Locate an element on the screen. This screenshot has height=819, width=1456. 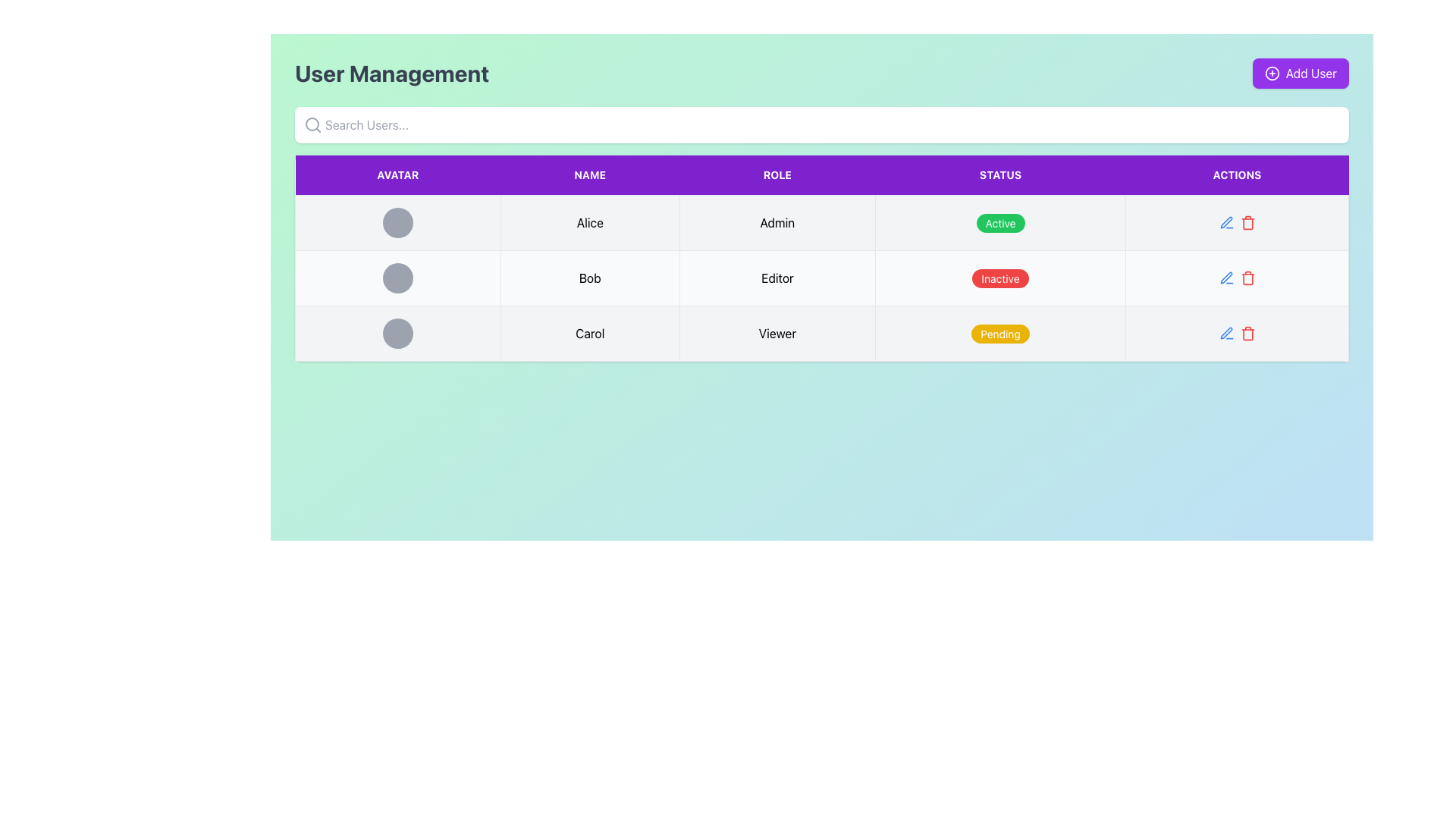
the non-interactive text label displaying the role of the user 'Carol' in the user management interface, located in the third row under the 'Role' column is located at coordinates (777, 332).